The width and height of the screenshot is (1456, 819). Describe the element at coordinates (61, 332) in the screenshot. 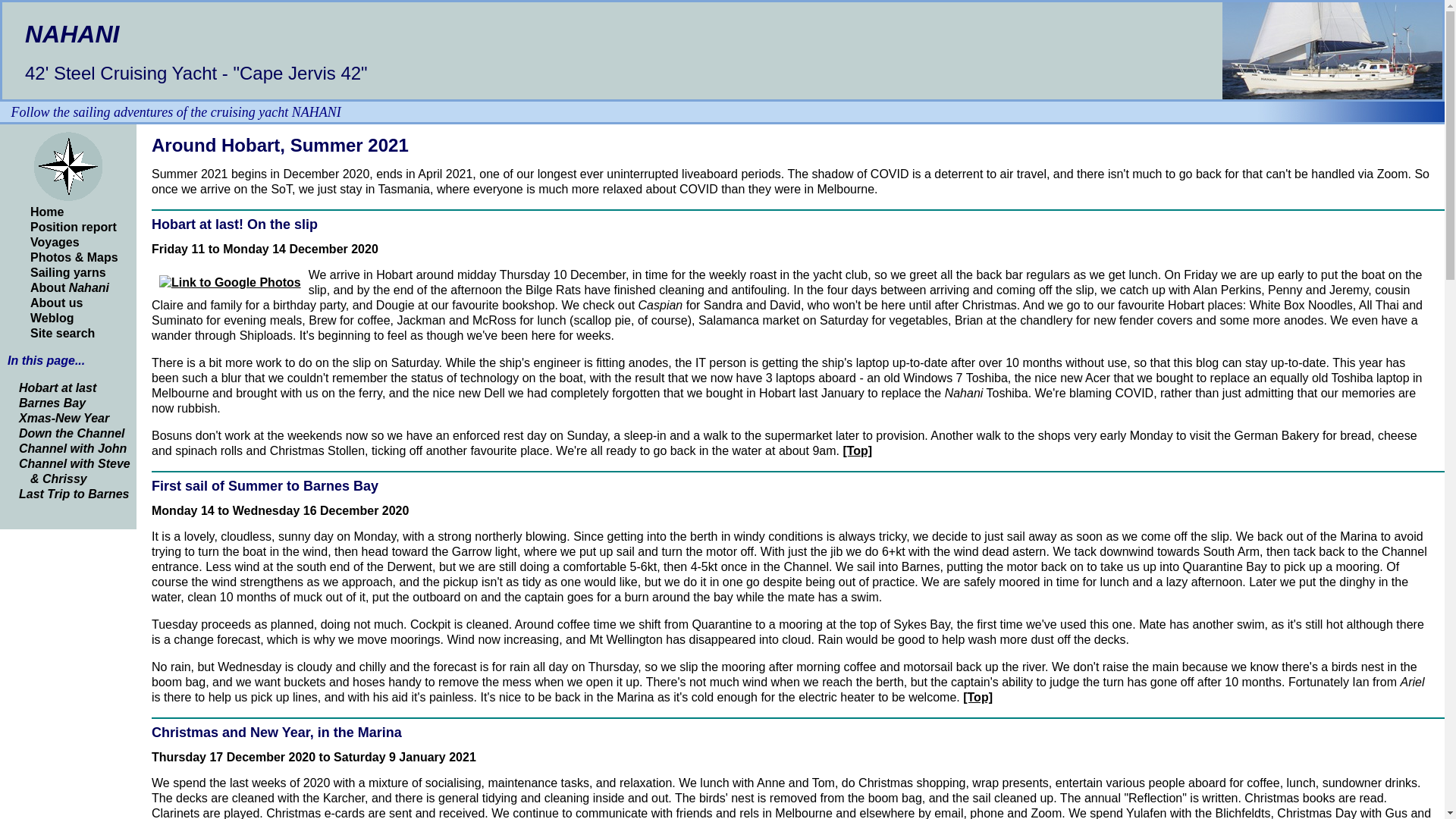

I see `'Site search'` at that location.